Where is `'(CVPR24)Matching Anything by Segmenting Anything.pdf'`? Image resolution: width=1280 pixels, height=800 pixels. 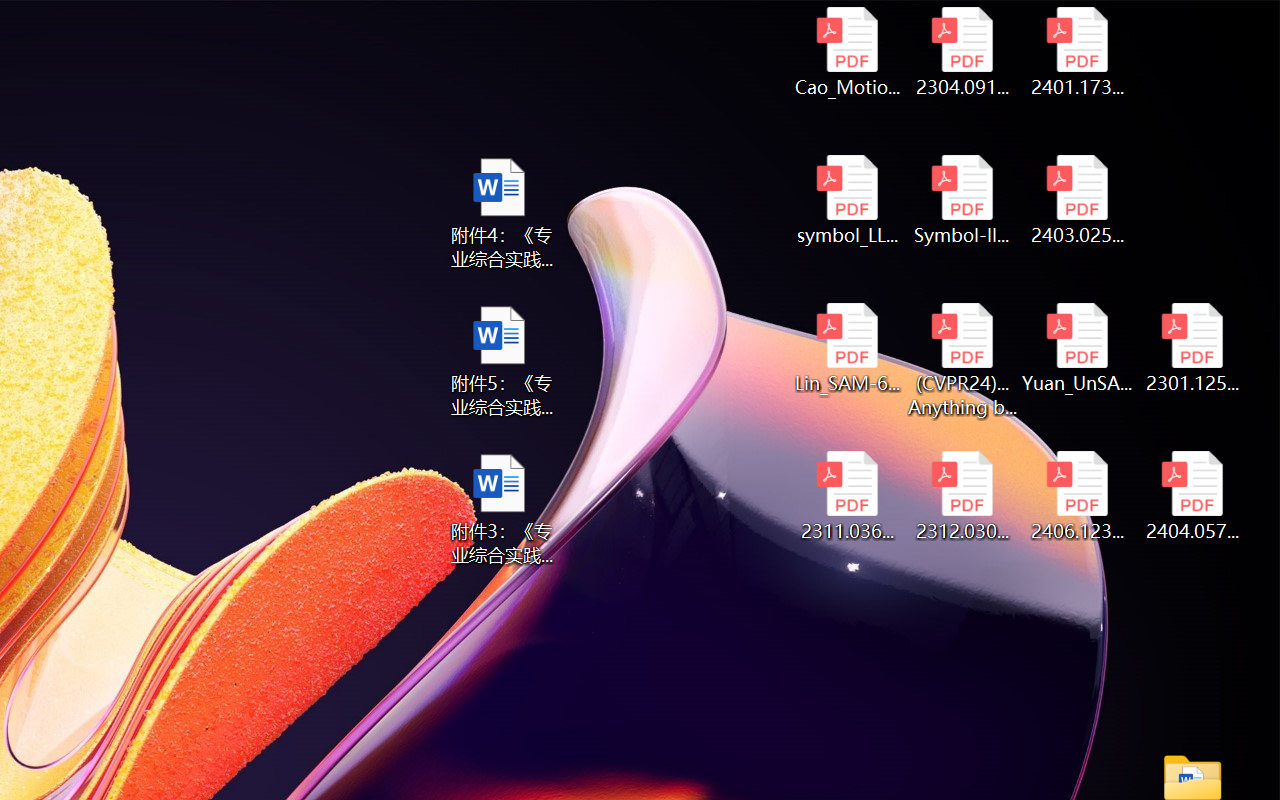
'(CVPR24)Matching Anything by Segmenting Anything.pdf' is located at coordinates (962, 360).